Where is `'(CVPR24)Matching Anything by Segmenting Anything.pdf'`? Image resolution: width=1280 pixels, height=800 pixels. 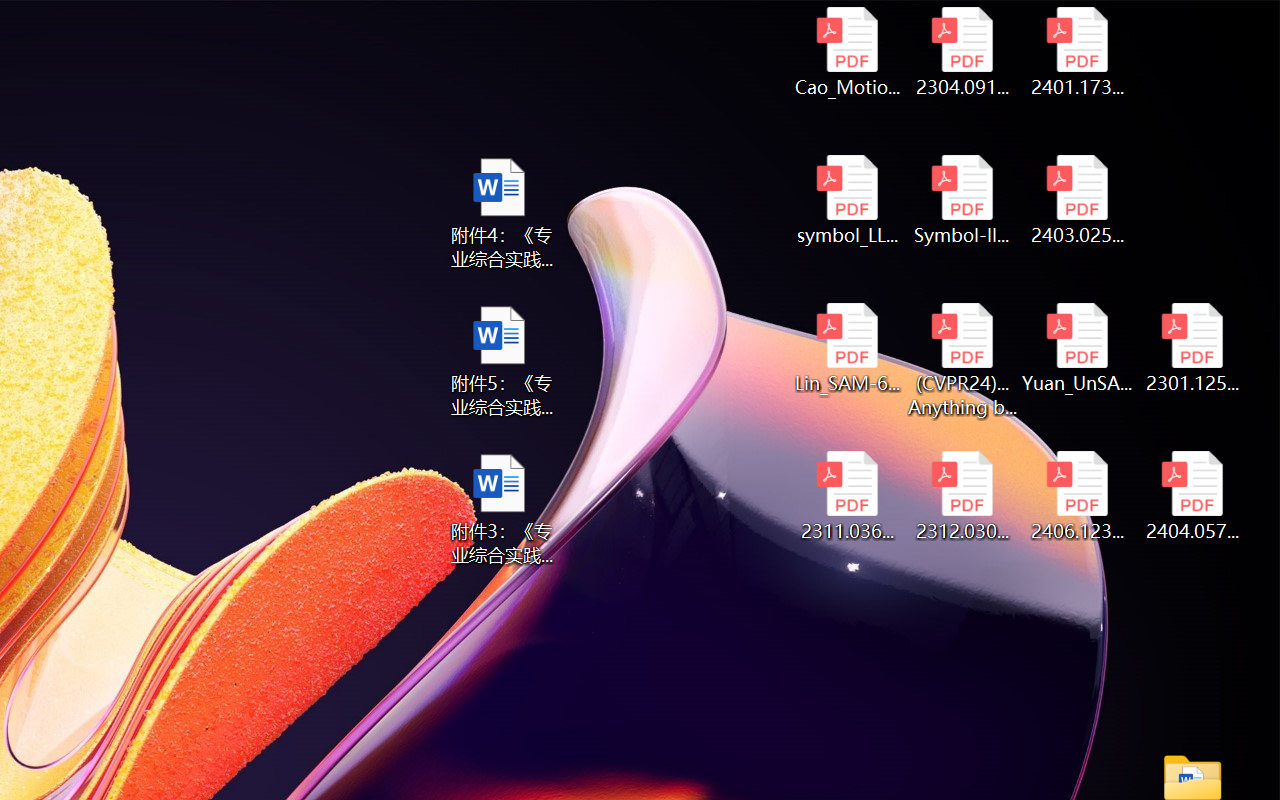
'(CVPR24)Matching Anything by Segmenting Anything.pdf' is located at coordinates (962, 360).